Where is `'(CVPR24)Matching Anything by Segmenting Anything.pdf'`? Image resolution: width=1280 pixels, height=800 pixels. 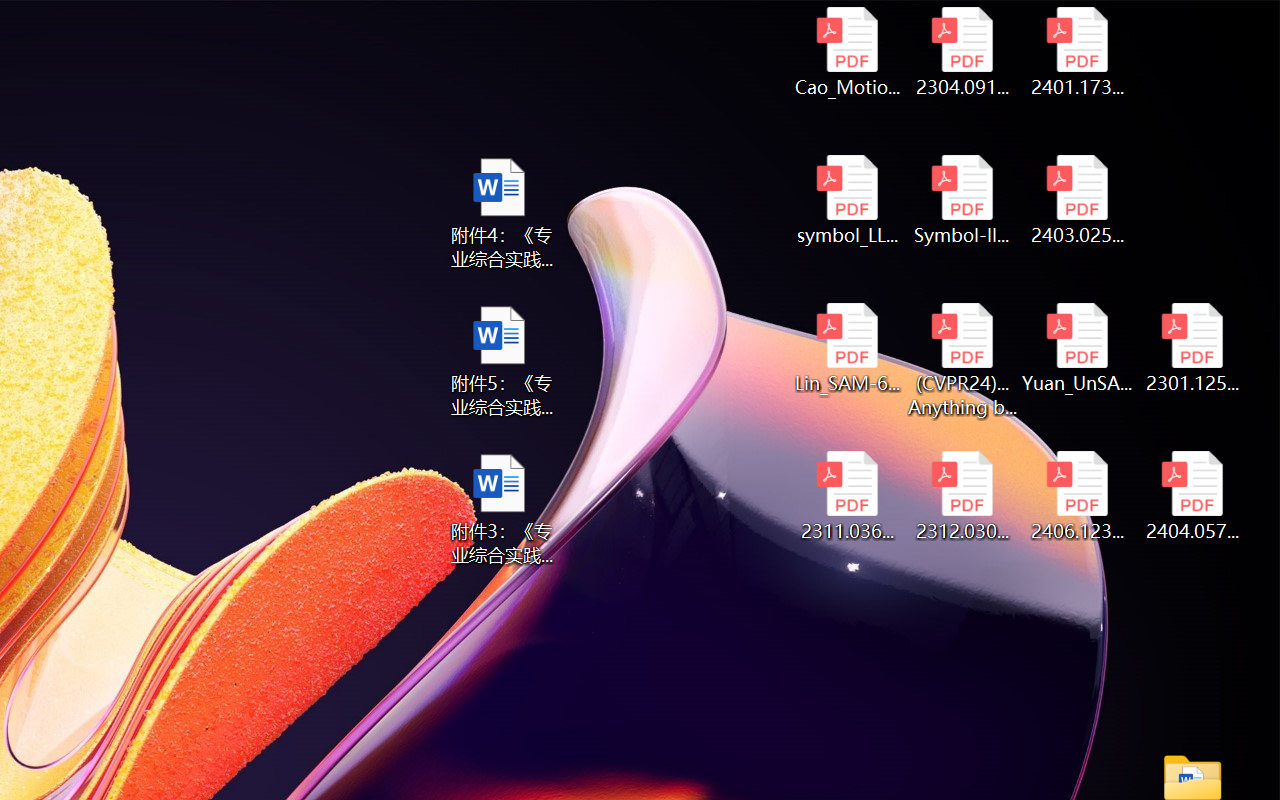
'(CVPR24)Matching Anything by Segmenting Anything.pdf' is located at coordinates (962, 360).